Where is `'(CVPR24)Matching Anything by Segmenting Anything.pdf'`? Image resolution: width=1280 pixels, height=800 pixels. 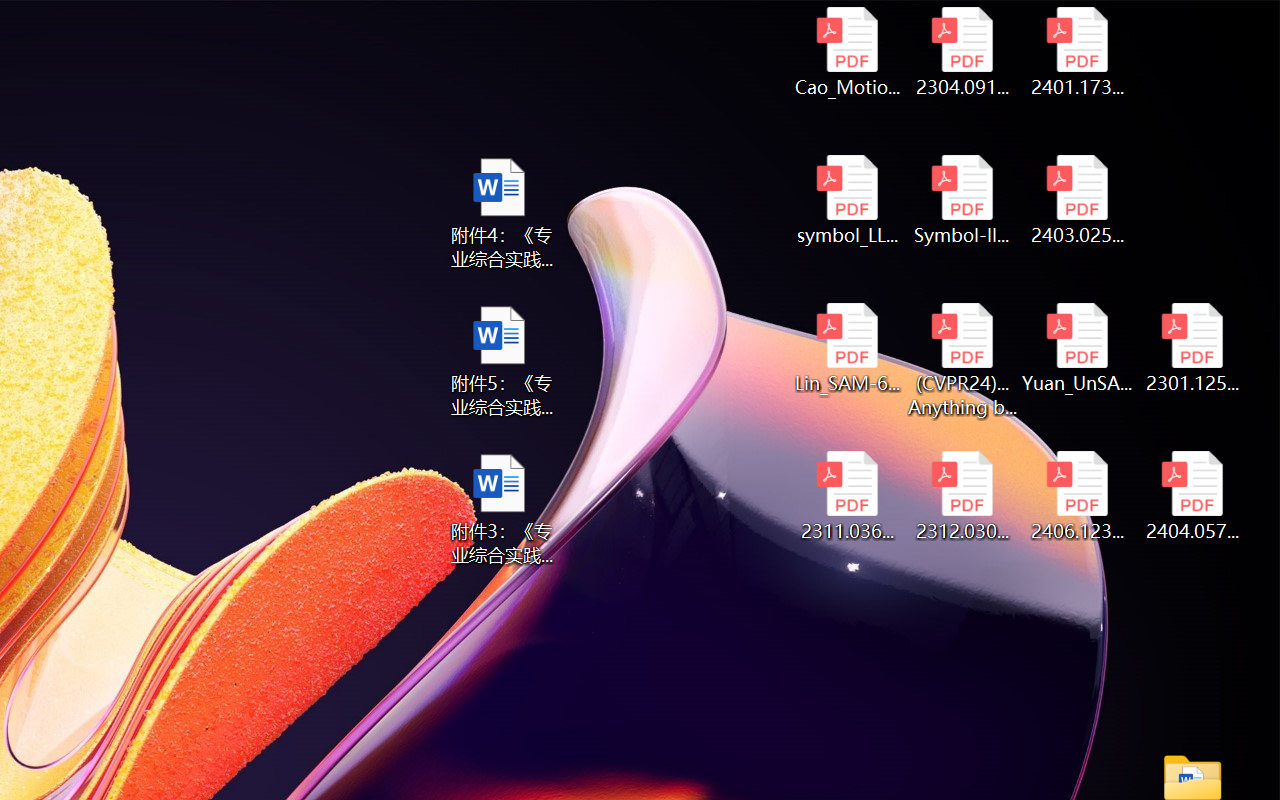
'(CVPR24)Matching Anything by Segmenting Anything.pdf' is located at coordinates (962, 360).